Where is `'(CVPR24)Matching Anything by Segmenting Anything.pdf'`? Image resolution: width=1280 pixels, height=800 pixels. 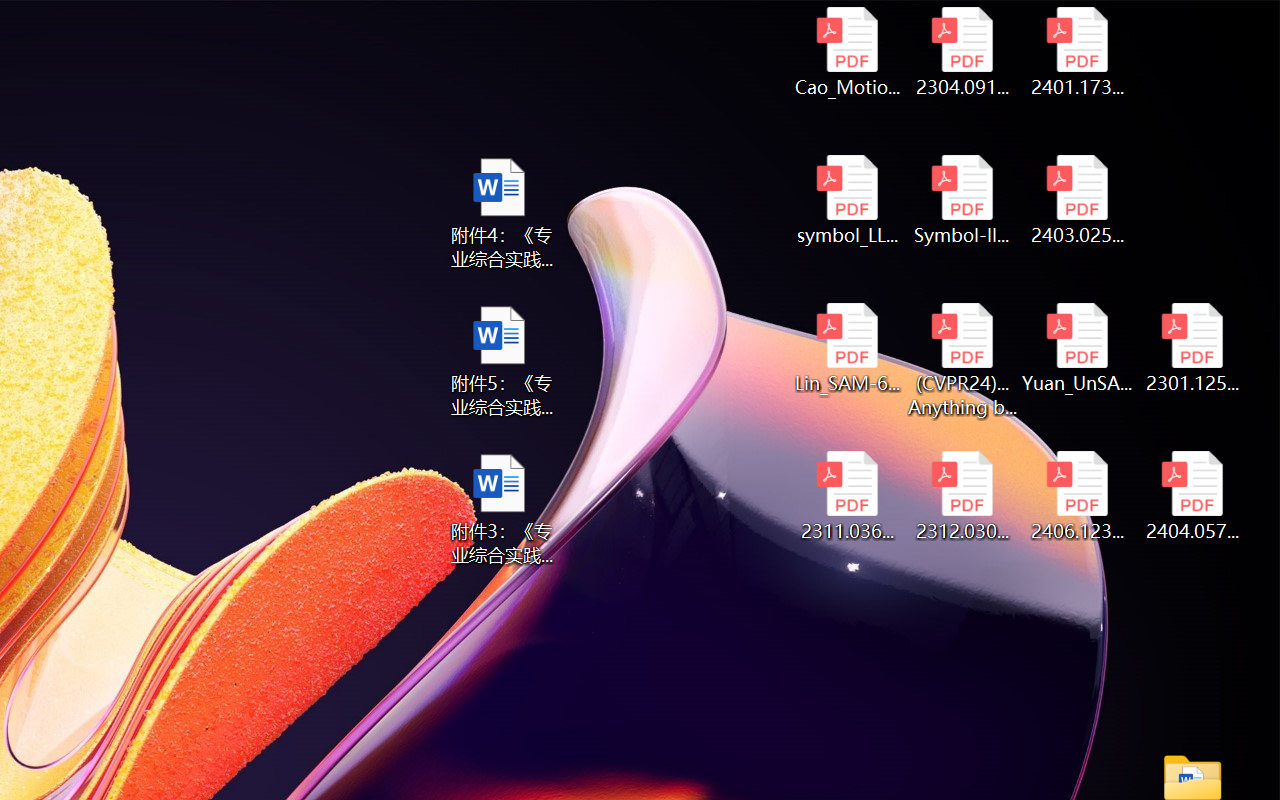
'(CVPR24)Matching Anything by Segmenting Anything.pdf' is located at coordinates (962, 360).